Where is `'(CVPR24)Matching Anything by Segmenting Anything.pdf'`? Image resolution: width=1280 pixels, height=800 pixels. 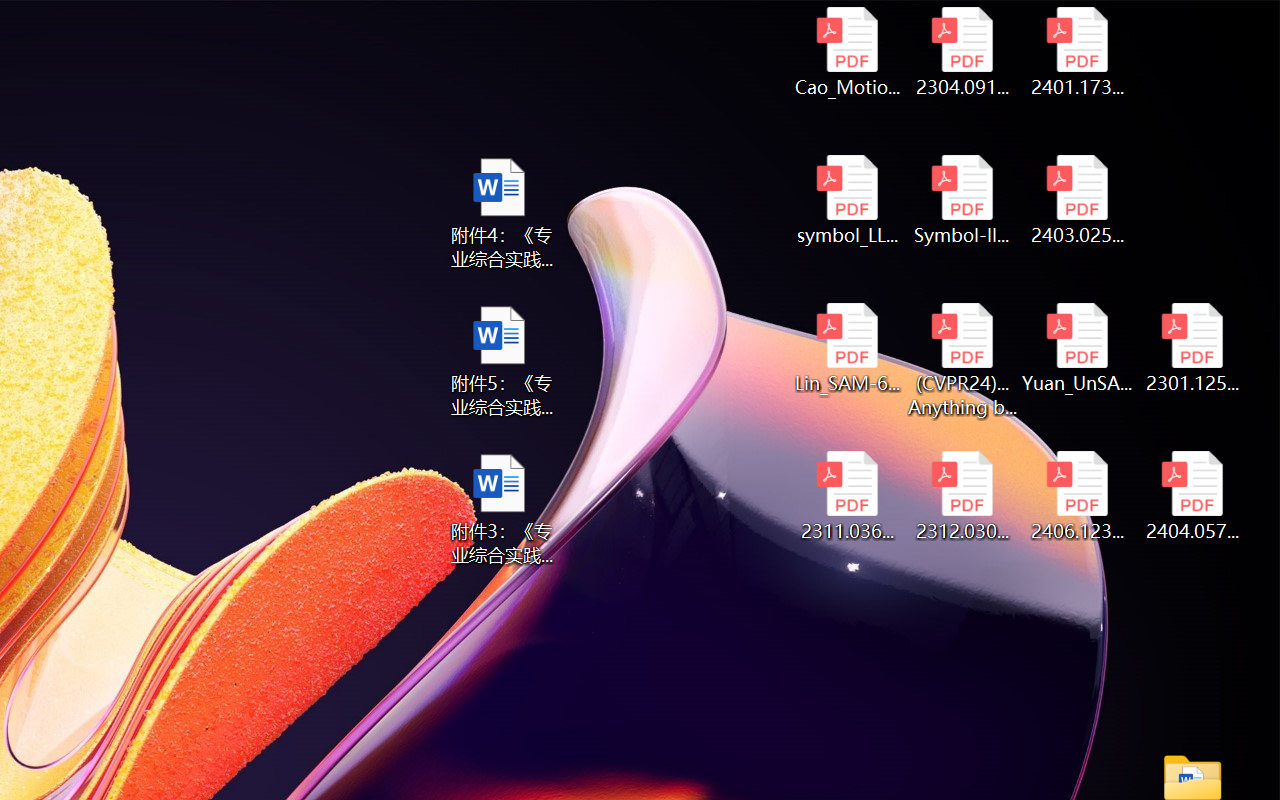
'(CVPR24)Matching Anything by Segmenting Anything.pdf' is located at coordinates (962, 360).